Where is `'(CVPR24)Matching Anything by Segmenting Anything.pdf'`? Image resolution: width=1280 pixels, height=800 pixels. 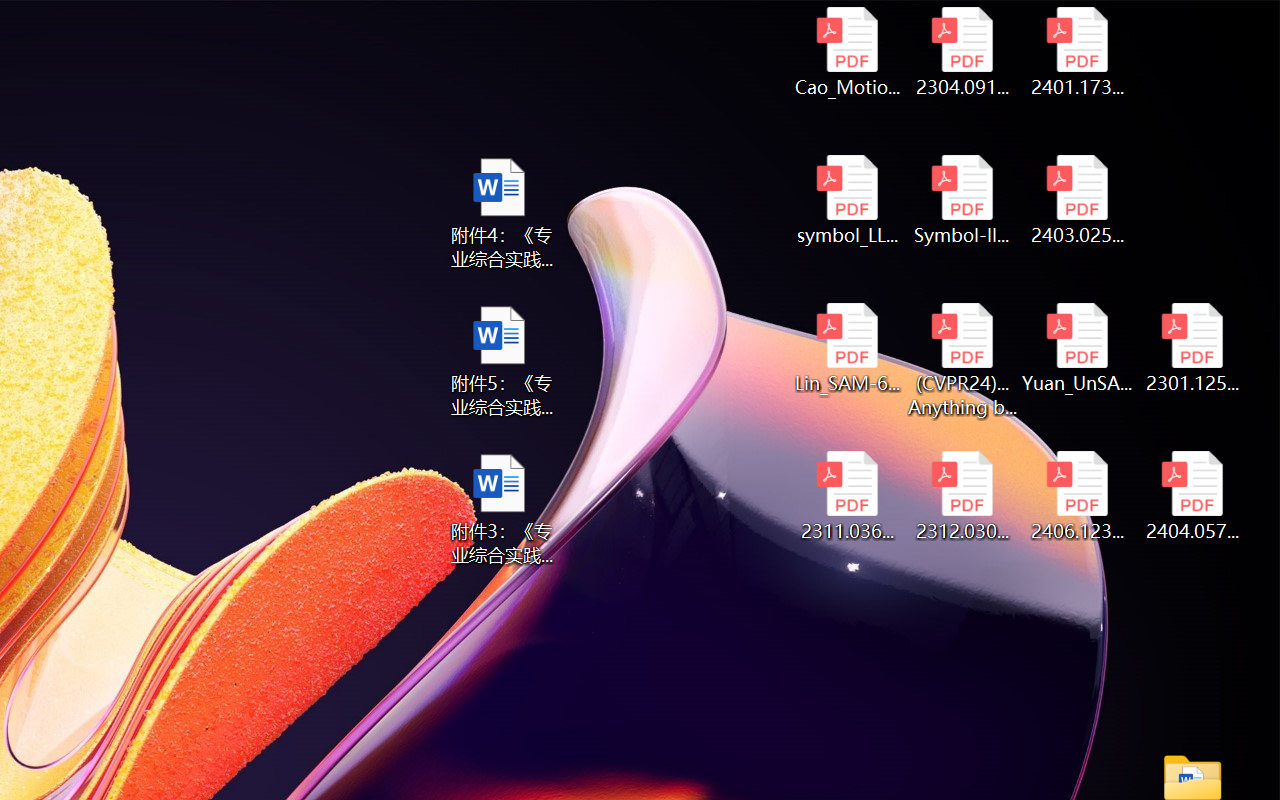
'(CVPR24)Matching Anything by Segmenting Anything.pdf' is located at coordinates (962, 360).